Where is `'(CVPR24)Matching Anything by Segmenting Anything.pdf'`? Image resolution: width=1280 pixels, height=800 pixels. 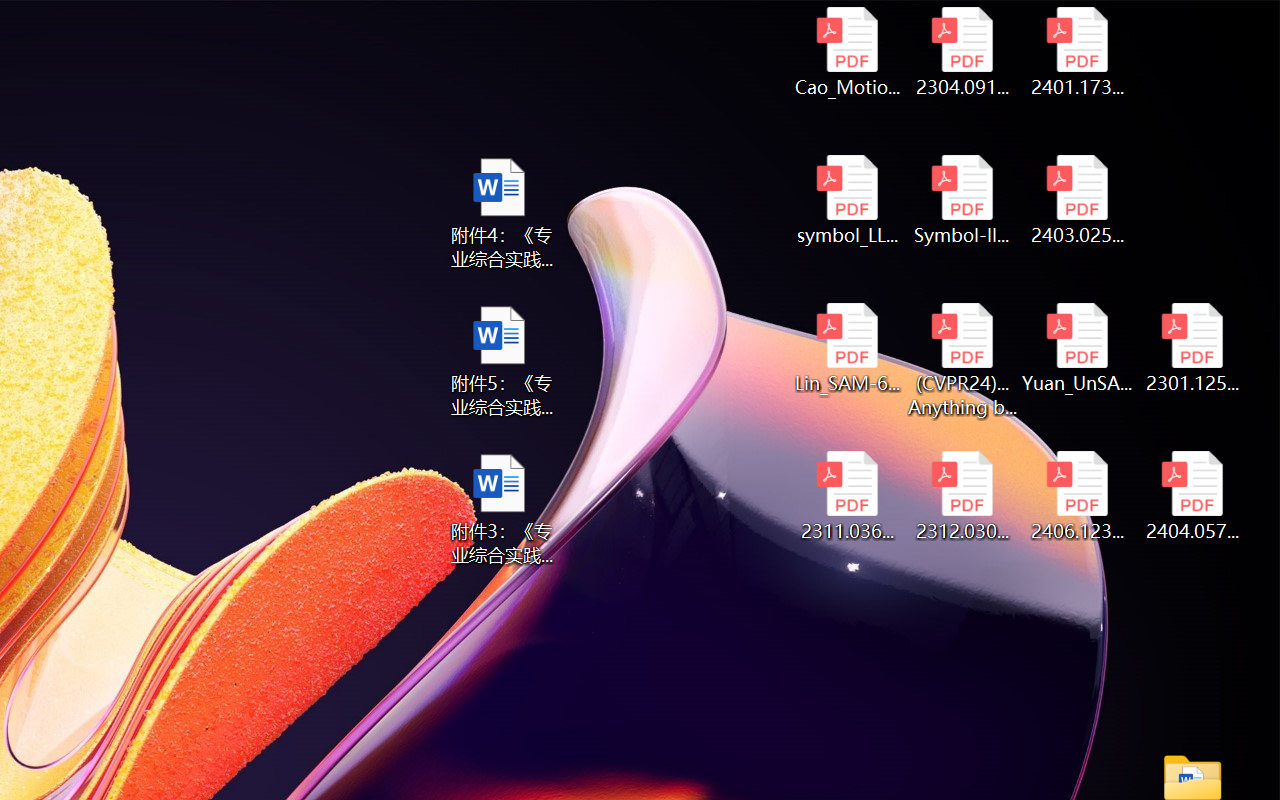
'(CVPR24)Matching Anything by Segmenting Anything.pdf' is located at coordinates (962, 360).